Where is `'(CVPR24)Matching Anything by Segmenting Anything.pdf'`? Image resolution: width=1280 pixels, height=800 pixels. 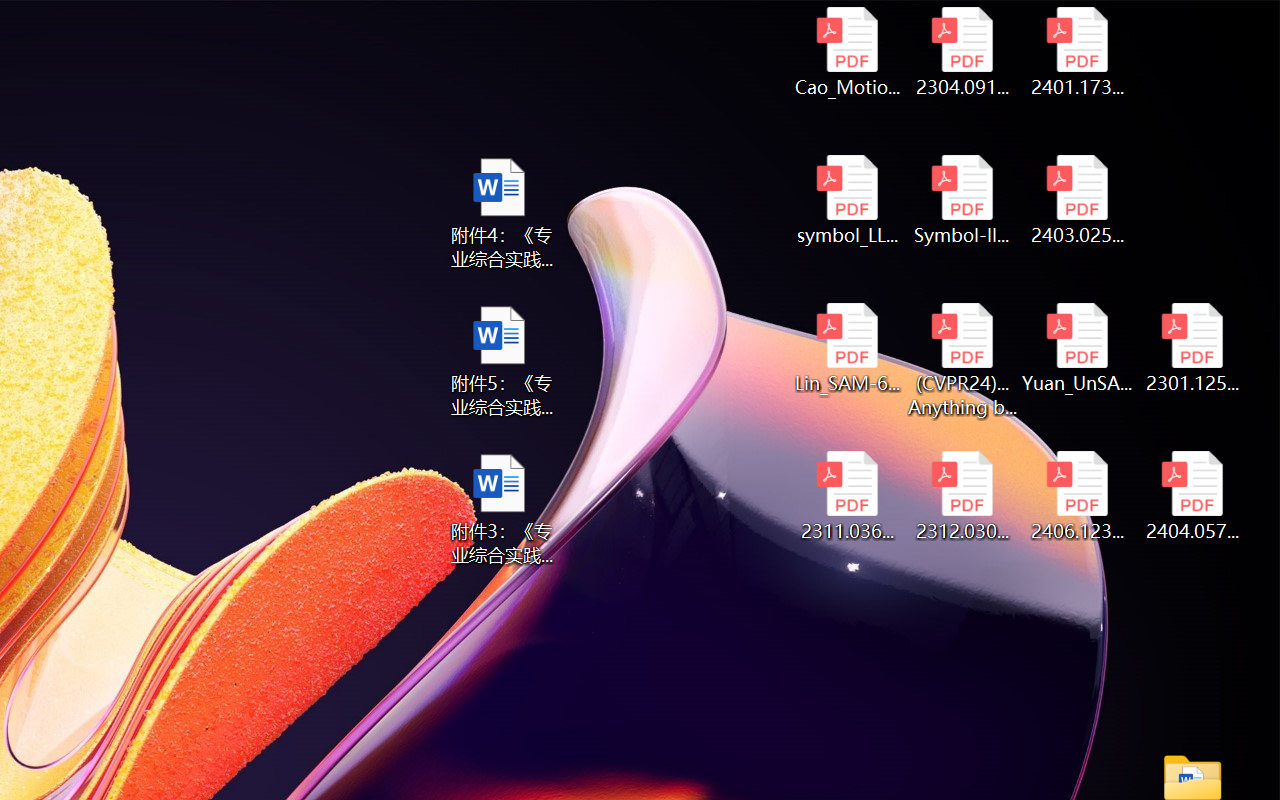
'(CVPR24)Matching Anything by Segmenting Anything.pdf' is located at coordinates (962, 360).